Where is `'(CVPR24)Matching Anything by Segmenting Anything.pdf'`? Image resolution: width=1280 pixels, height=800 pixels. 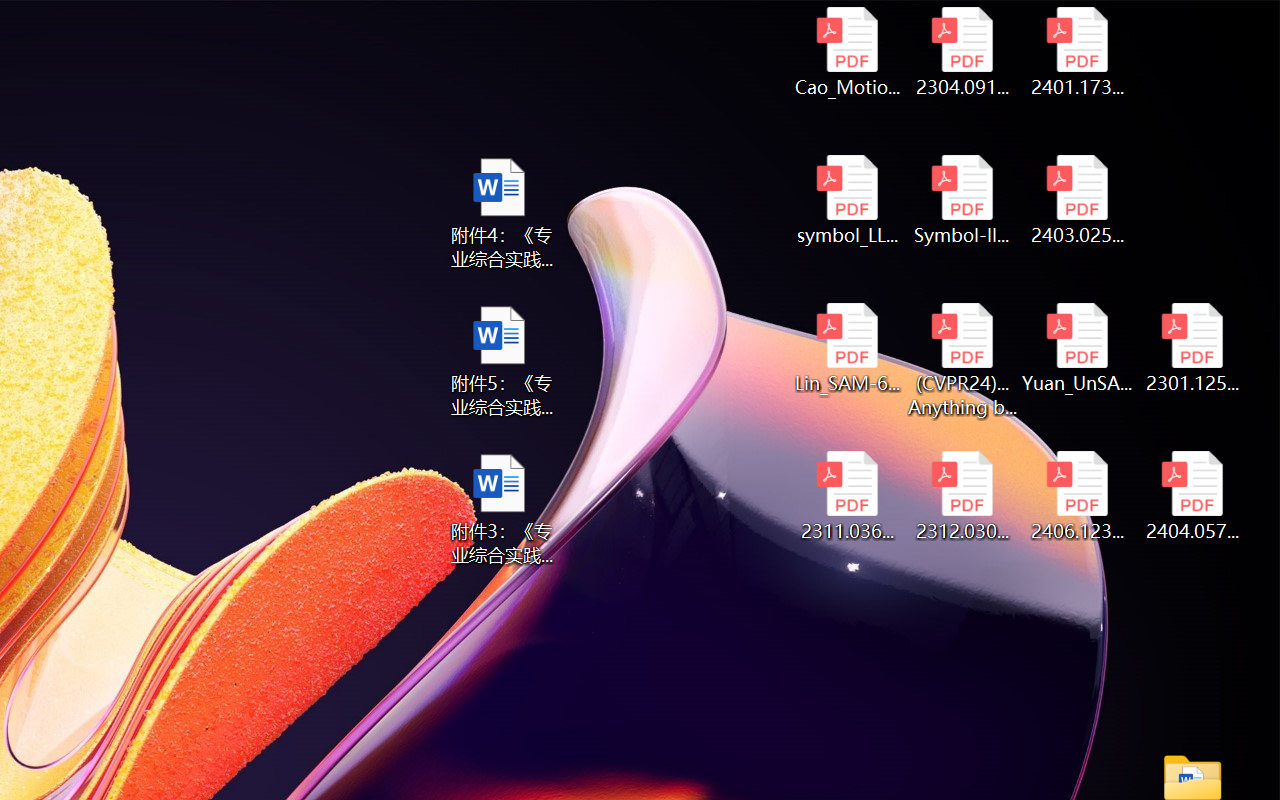
'(CVPR24)Matching Anything by Segmenting Anything.pdf' is located at coordinates (962, 360).